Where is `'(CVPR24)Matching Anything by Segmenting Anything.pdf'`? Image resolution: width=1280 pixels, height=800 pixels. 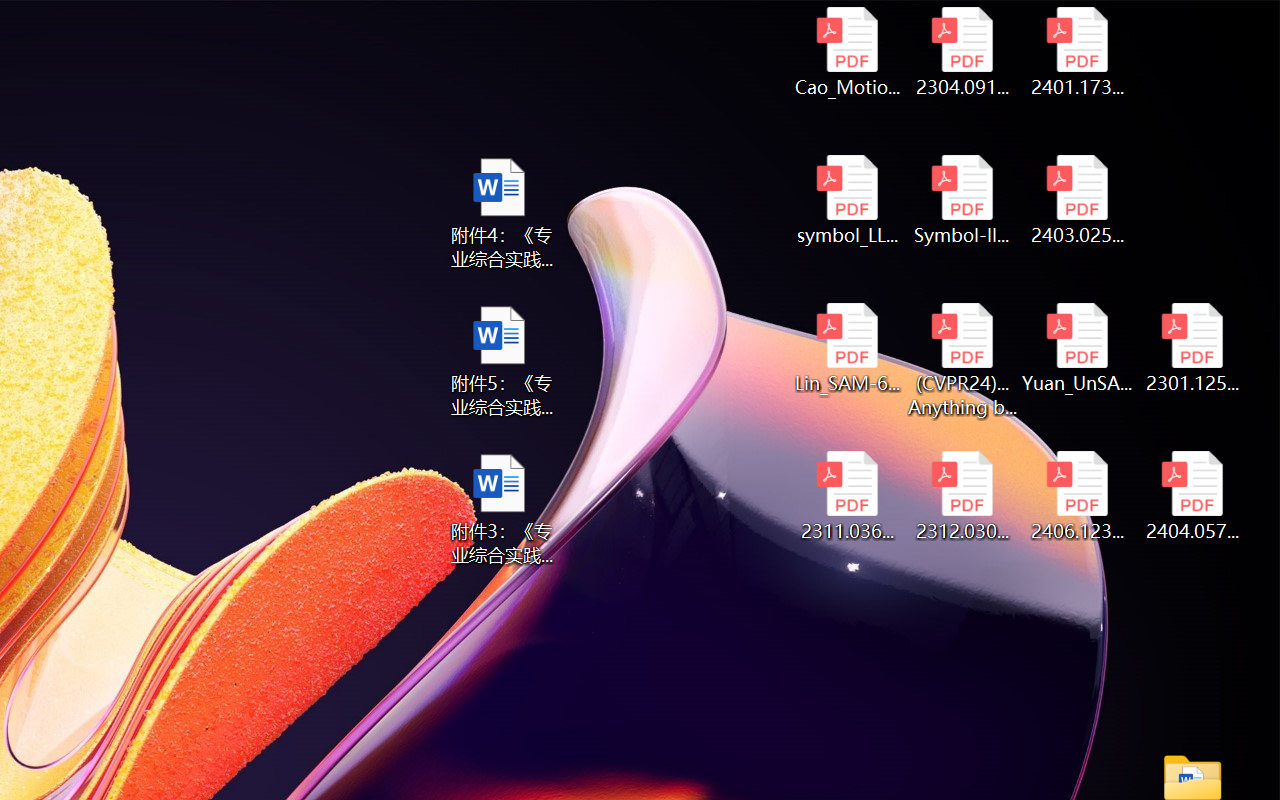
'(CVPR24)Matching Anything by Segmenting Anything.pdf' is located at coordinates (962, 360).